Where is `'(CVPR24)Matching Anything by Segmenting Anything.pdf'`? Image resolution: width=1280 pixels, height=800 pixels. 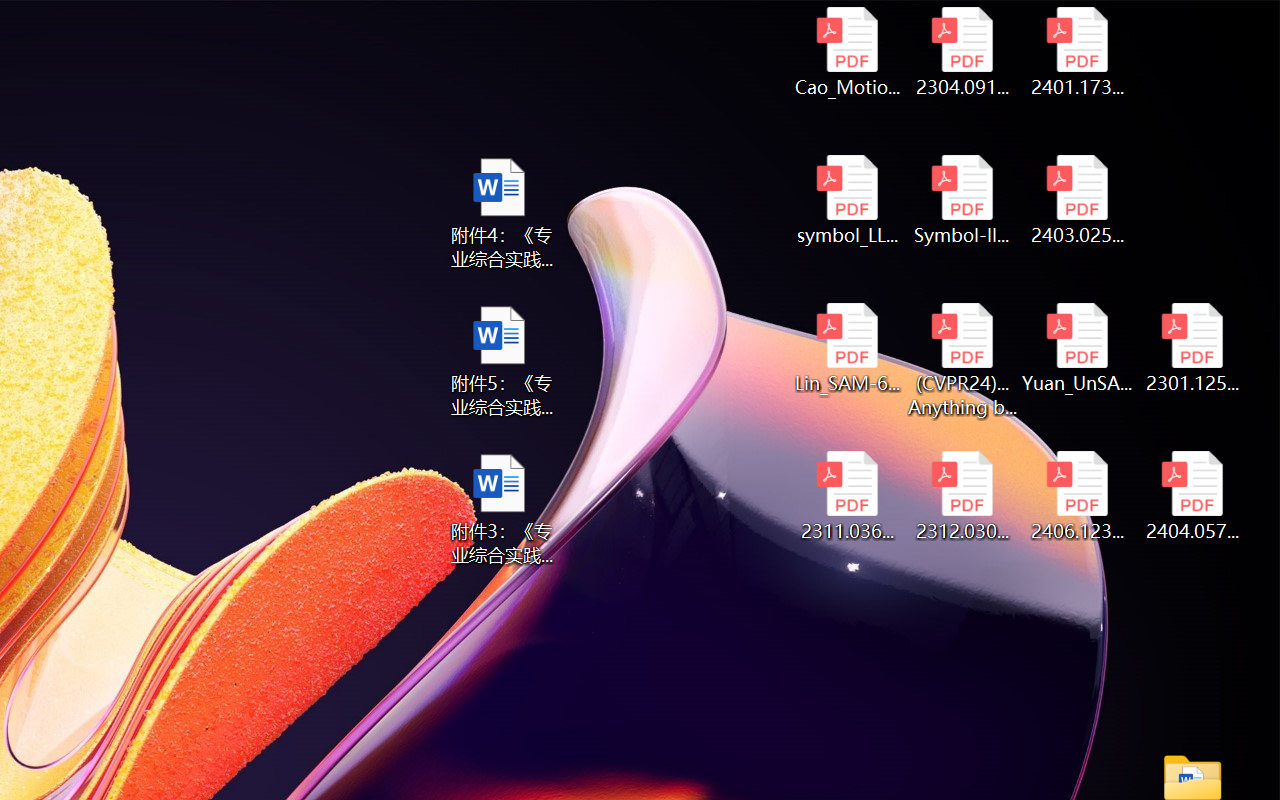
'(CVPR24)Matching Anything by Segmenting Anything.pdf' is located at coordinates (962, 360).